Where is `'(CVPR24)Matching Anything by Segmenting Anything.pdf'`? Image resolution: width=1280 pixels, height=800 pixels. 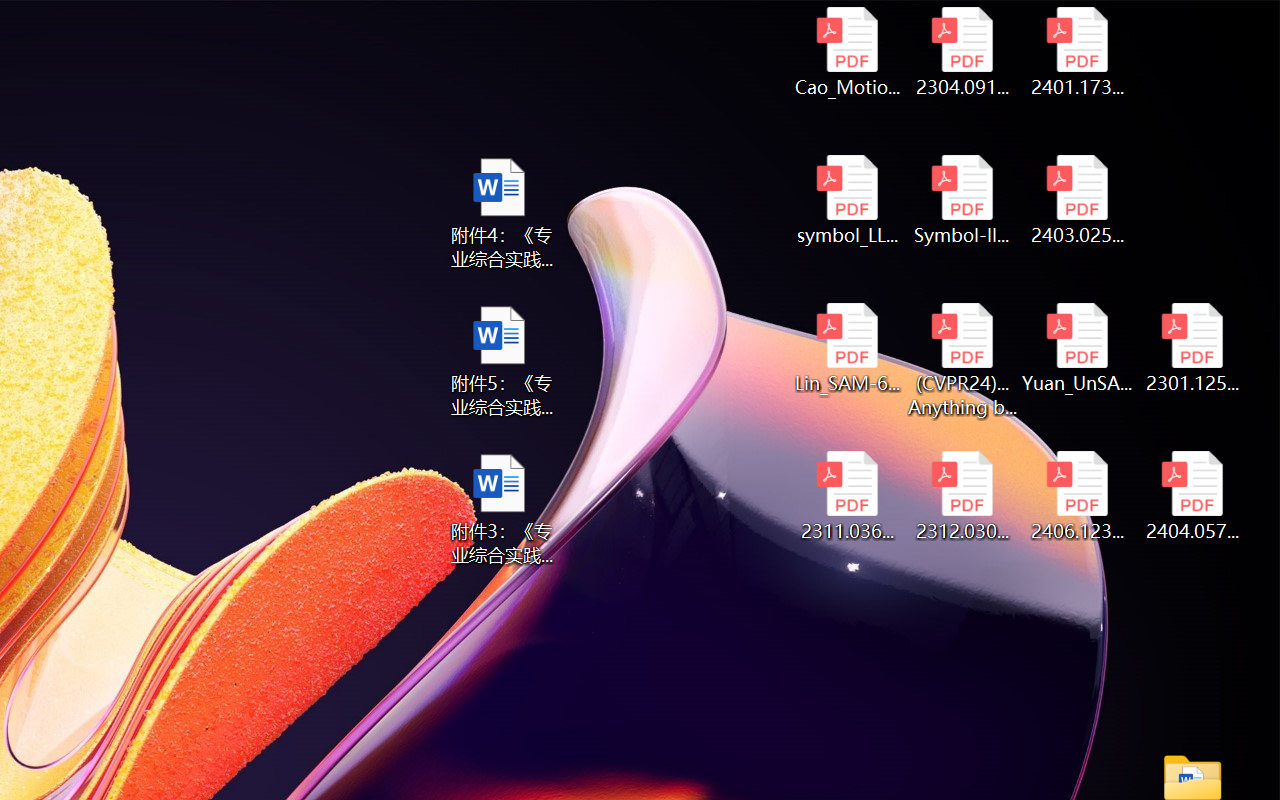
'(CVPR24)Matching Anything by Segmenting Anything.pdf' is located at coordinates (962, 360).